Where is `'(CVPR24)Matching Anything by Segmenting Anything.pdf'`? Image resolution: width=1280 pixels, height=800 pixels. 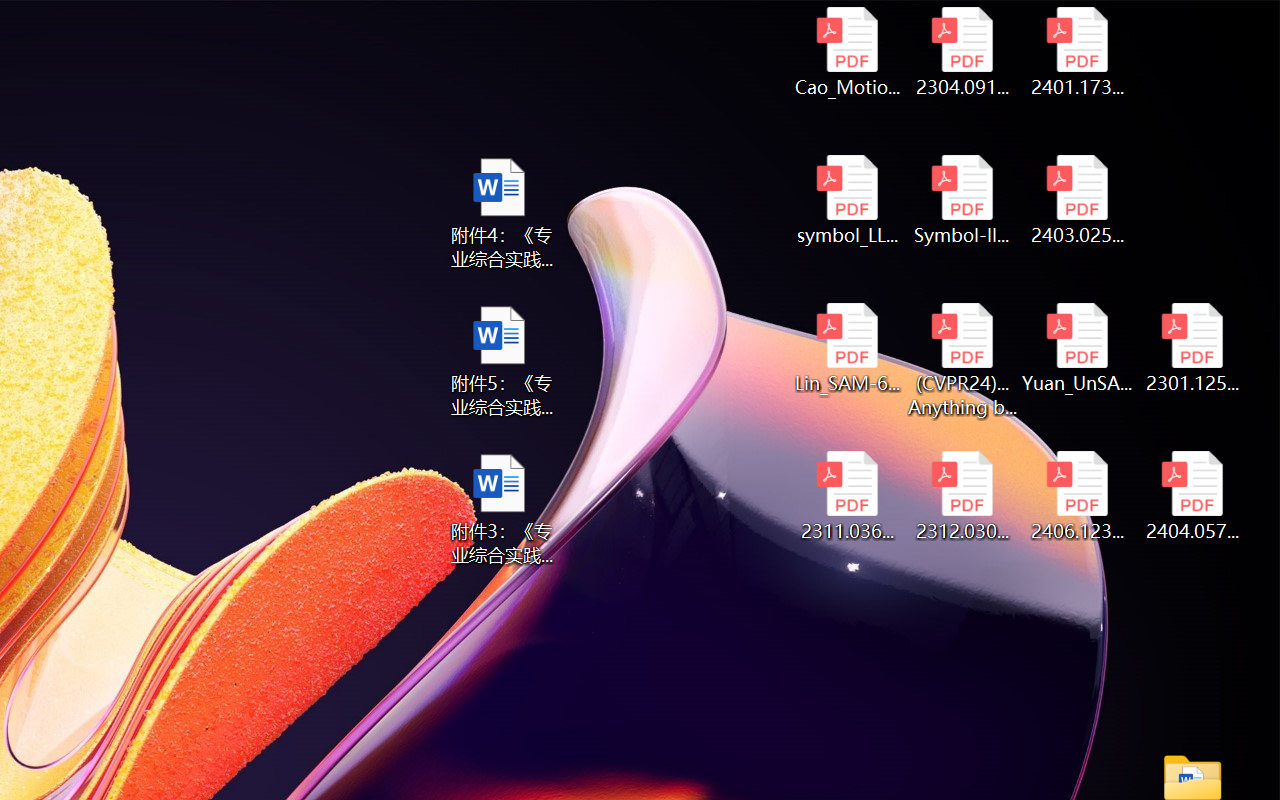
'(CVPR24)Matching Anything by Segmenting Anything.pdf' is located at coordinates (962, 360).